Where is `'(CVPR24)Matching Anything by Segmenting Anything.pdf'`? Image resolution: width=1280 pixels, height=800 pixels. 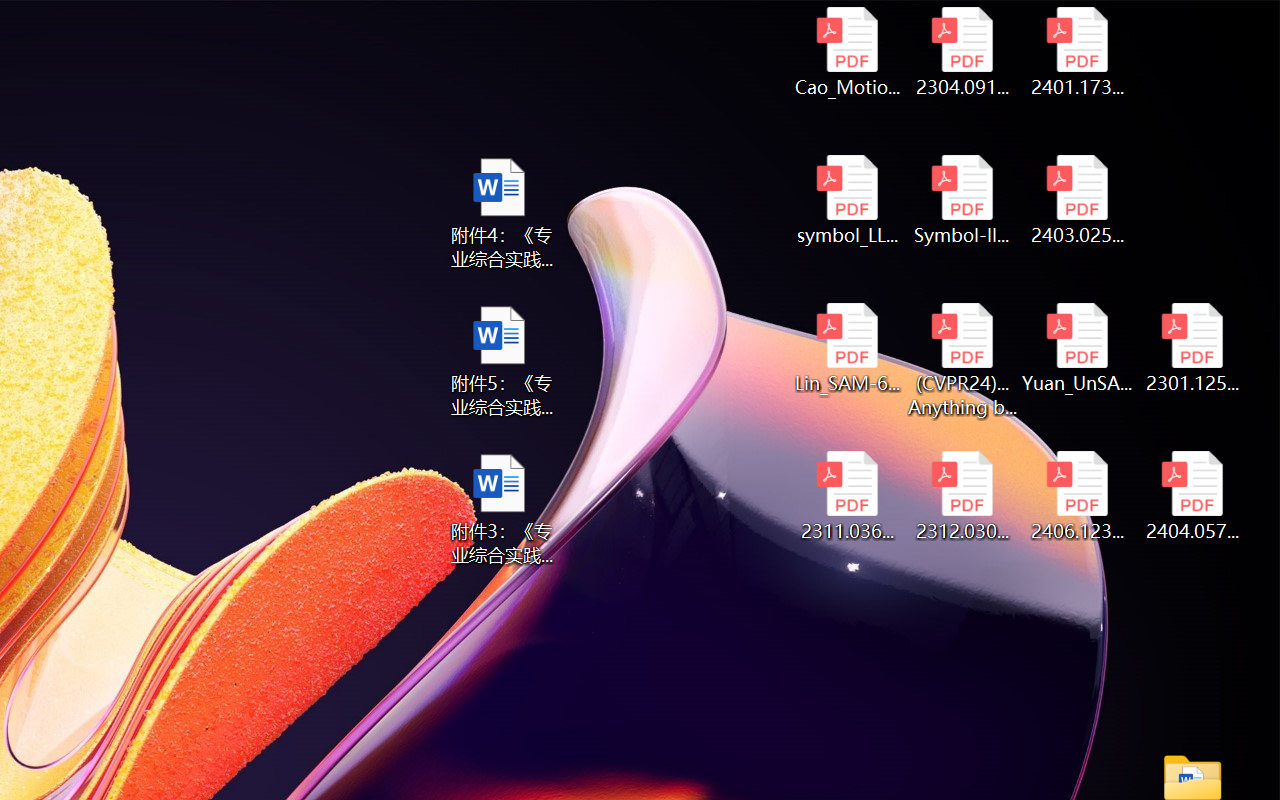
'(CVPR24)Matching Anything by Segmenting Anything.pdf' is located at coordinates (962, 360).